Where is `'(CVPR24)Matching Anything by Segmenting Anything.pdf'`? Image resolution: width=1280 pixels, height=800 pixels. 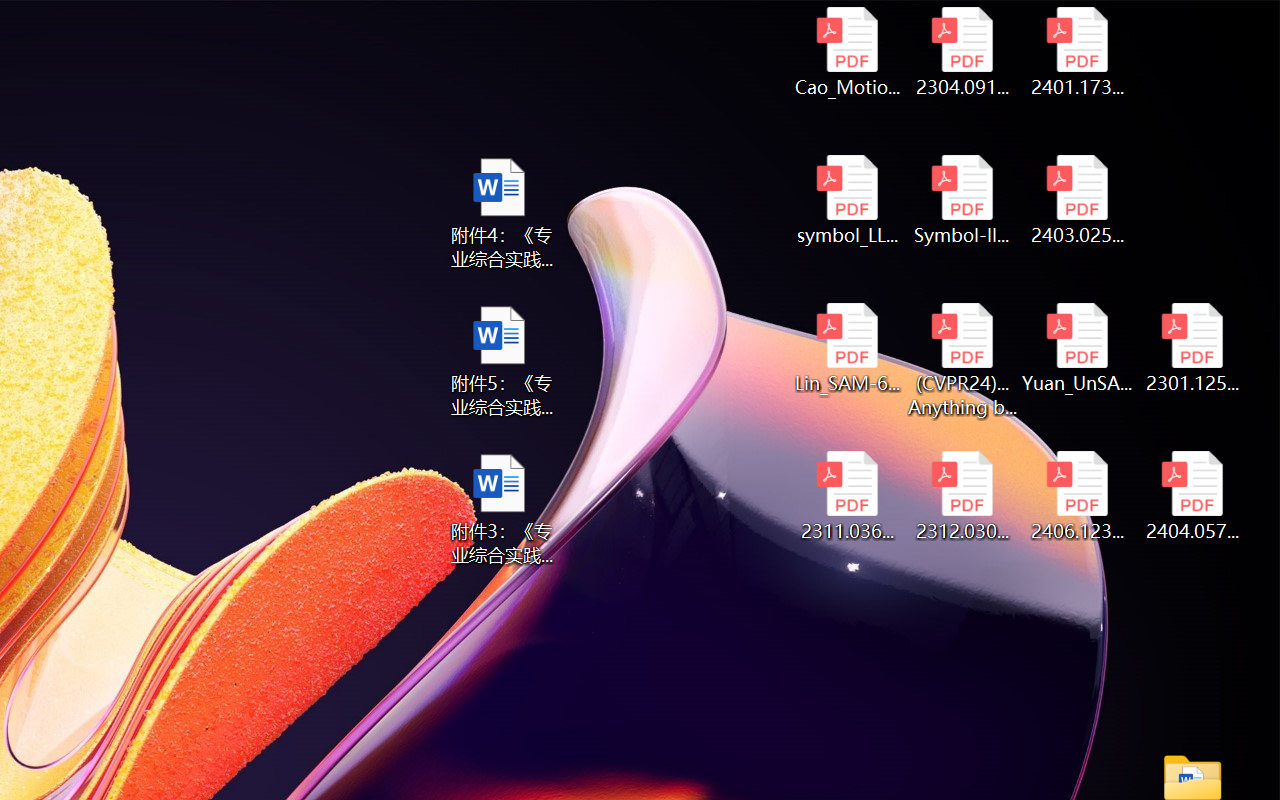
'(CVPR24)Matching Anything by Segmenting Anything.pdf' is located at coordinates (962, 360).